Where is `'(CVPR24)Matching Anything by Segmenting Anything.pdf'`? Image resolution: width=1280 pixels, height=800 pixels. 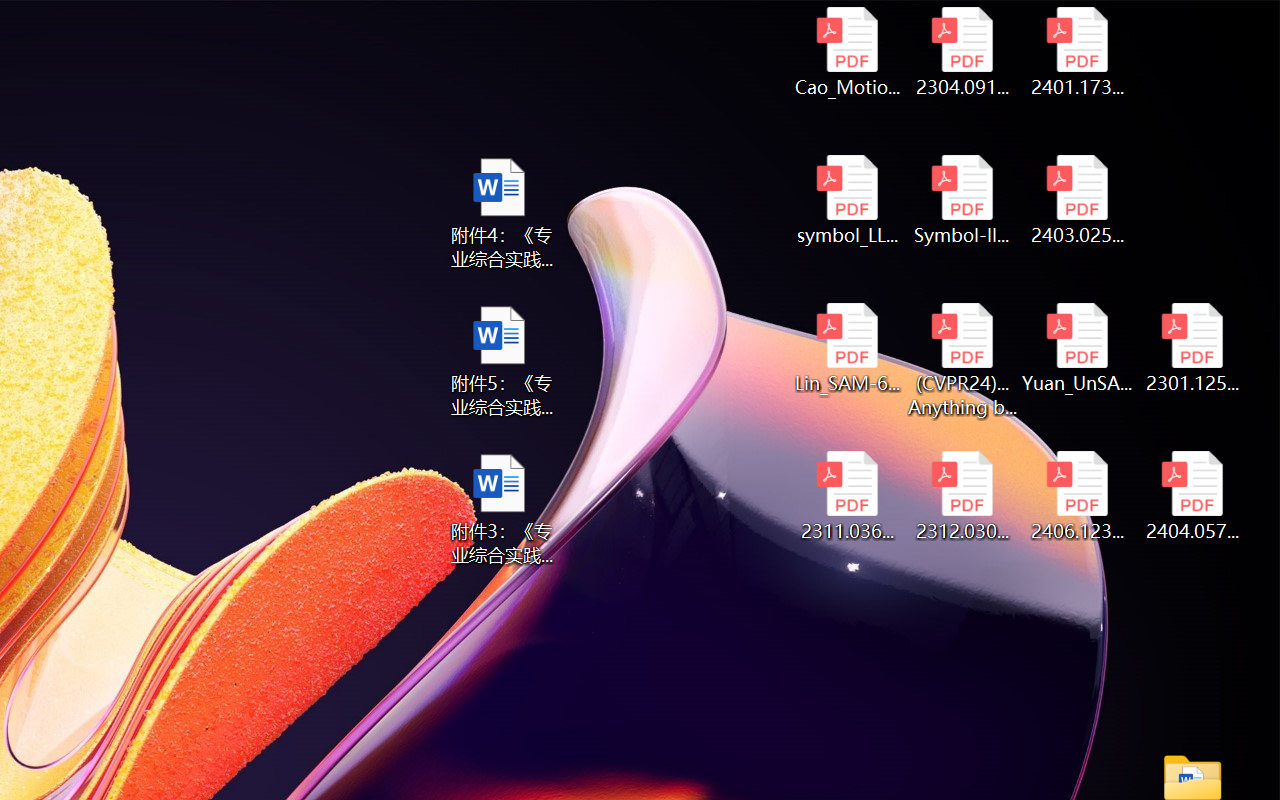
'(CVPR24)Matching Anything by Segmenting Anything.pdf' is located at coordinates (962, 360).